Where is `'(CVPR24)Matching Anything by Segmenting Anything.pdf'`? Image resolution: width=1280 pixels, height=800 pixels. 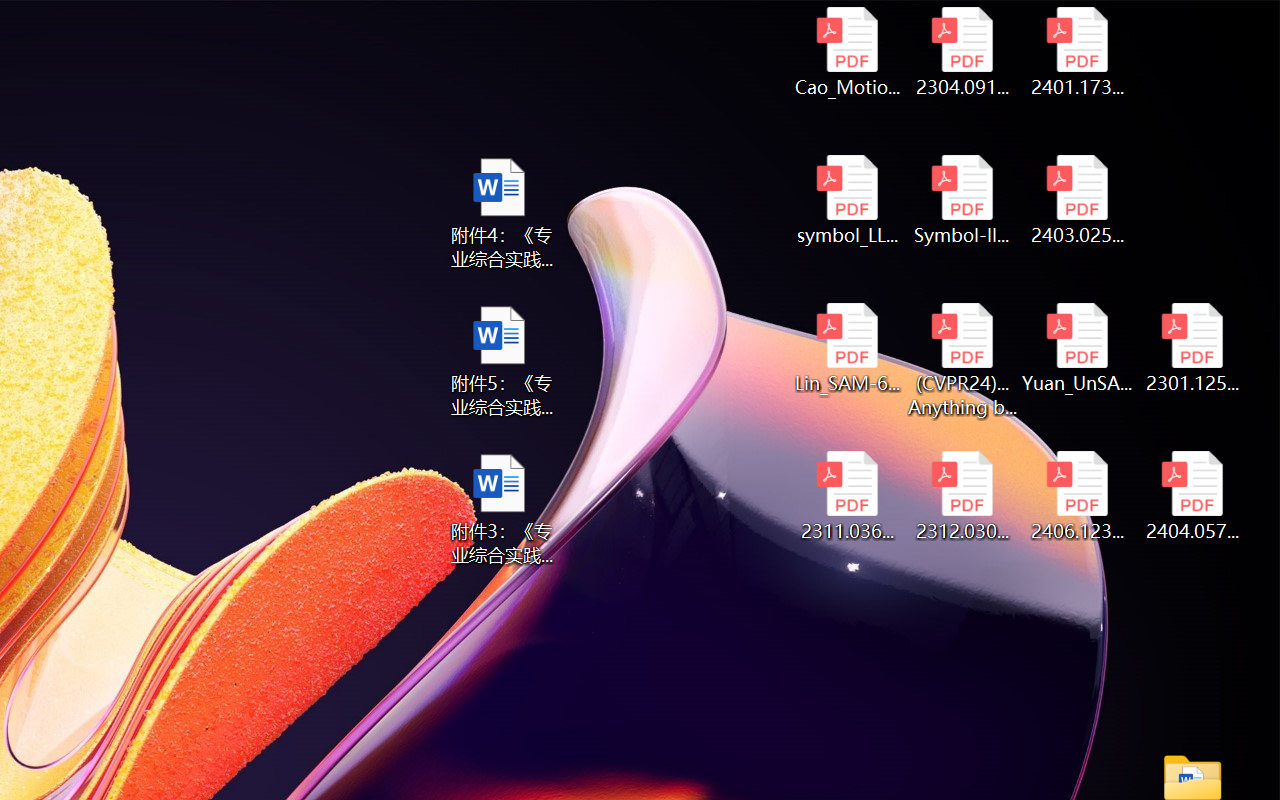
'(CVPR24)Matching Anything by Segmenting Anything.pdf' is located at coordinates (962, 360).